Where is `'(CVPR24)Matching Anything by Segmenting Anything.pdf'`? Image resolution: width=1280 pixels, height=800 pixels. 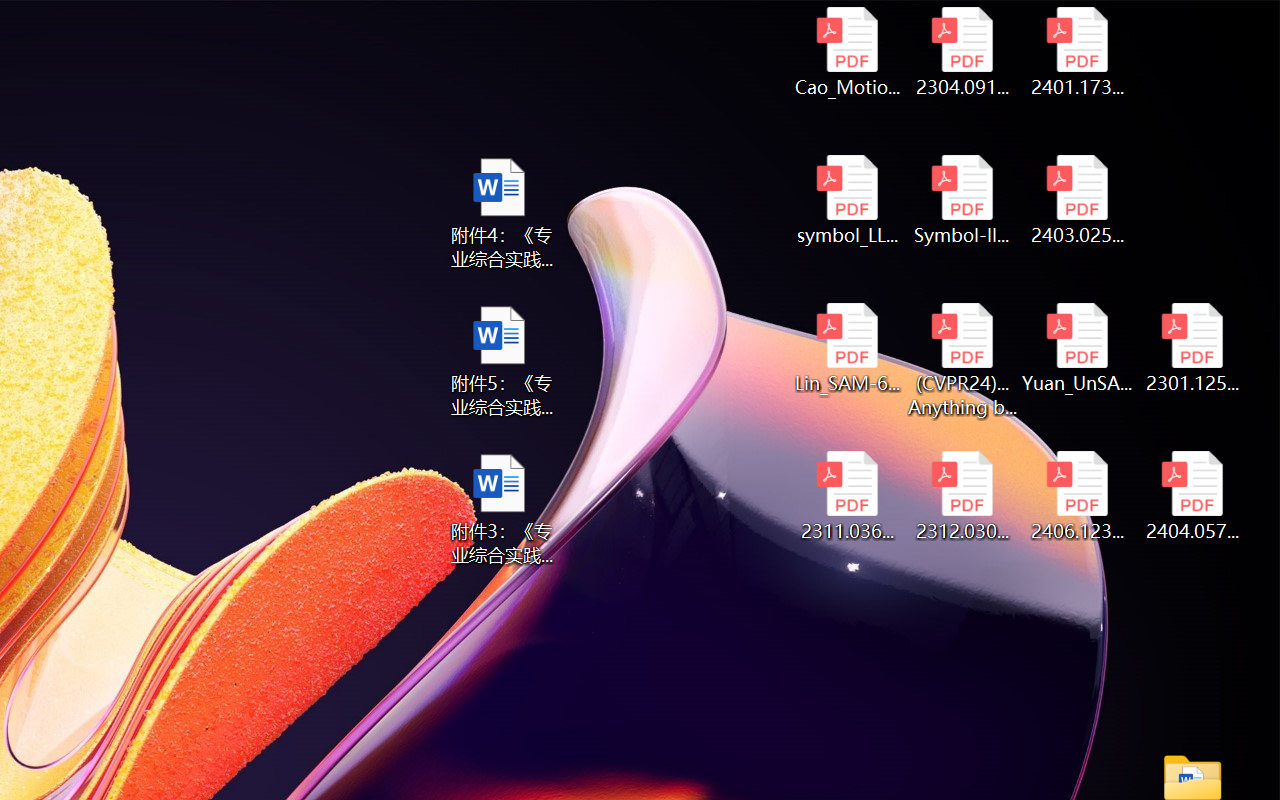
'(CVPR24)Matching Anything by Segmenting Anything.pdf' is located at coordinates (962, 360).